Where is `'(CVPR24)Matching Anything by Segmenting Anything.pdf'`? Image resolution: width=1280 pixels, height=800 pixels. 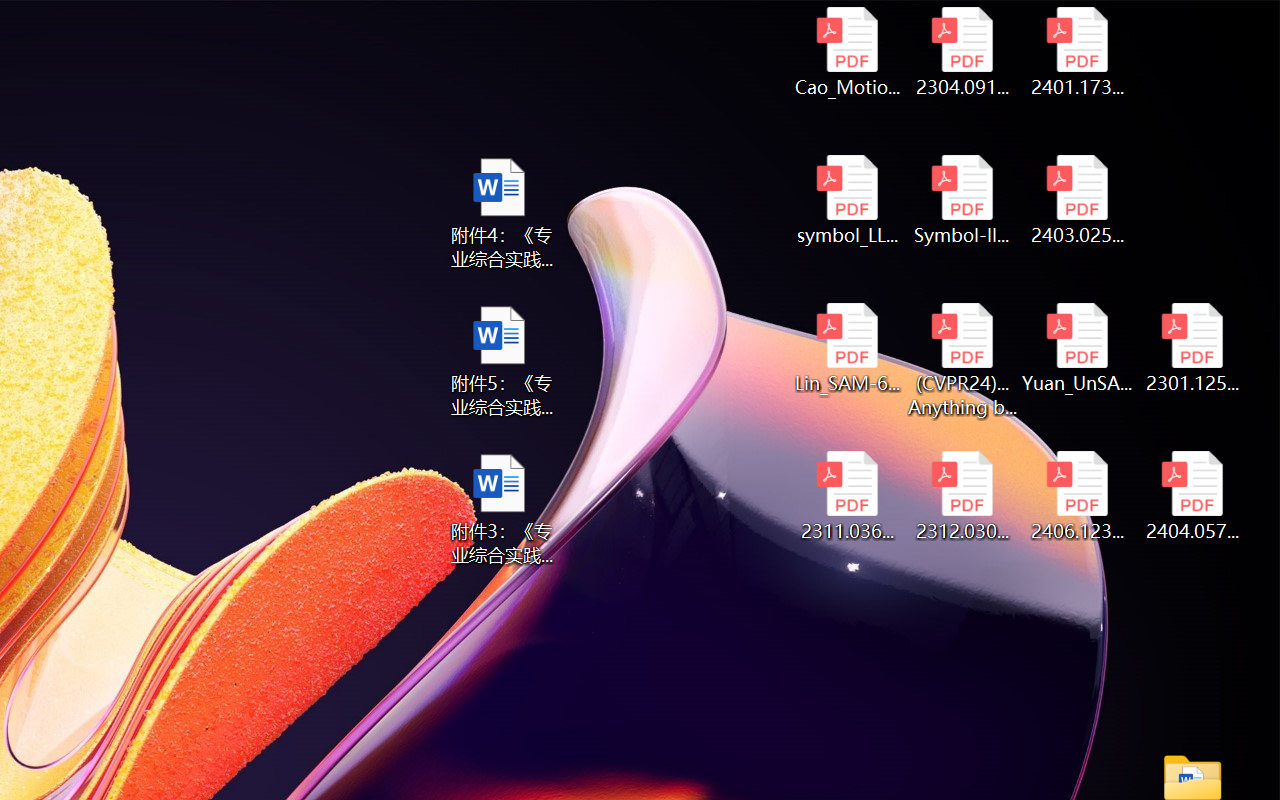
'(CVPR24)Matching Anything by Segmenting Anything.pdf' is located at coordinates (962, 360).